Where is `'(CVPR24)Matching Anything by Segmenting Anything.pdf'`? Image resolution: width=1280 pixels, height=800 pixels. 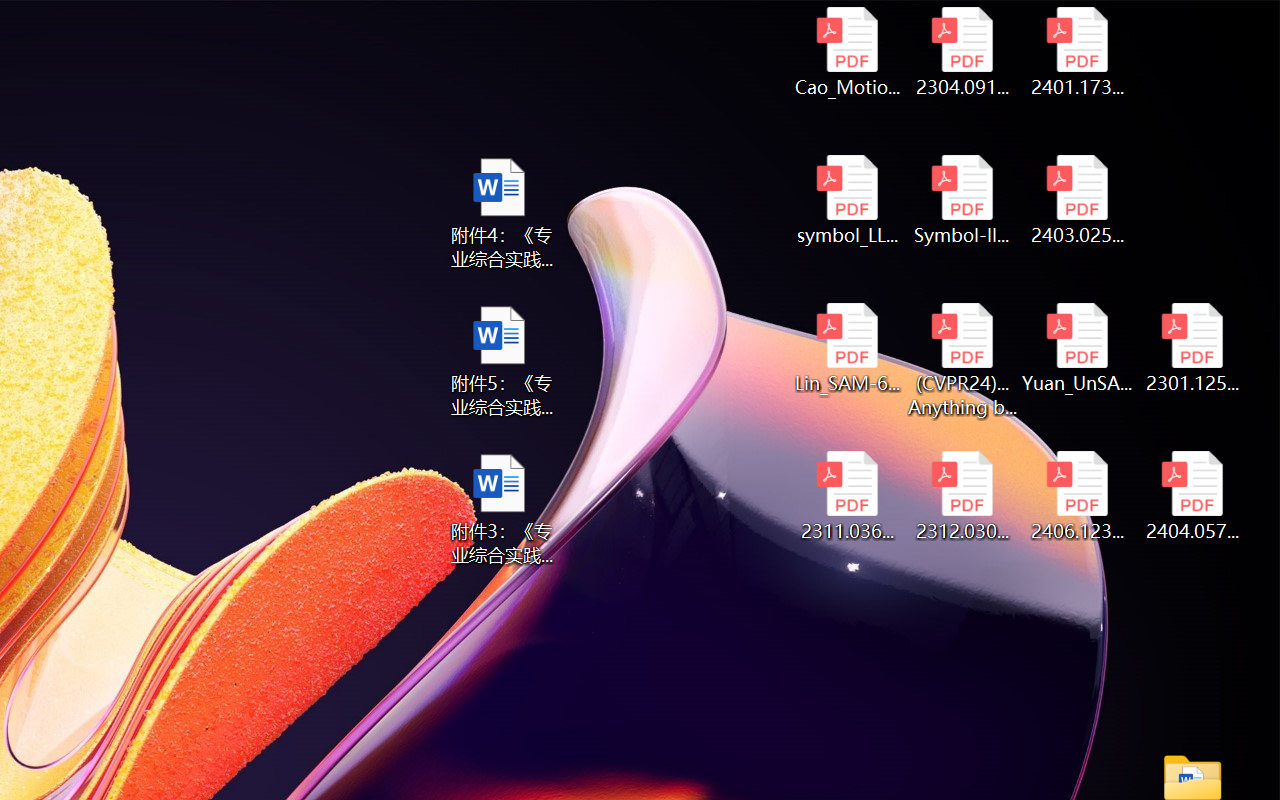
'(CVPR24)Matching Anything by Segmenting Anything.pdf' is located at coordinates (962, 360).